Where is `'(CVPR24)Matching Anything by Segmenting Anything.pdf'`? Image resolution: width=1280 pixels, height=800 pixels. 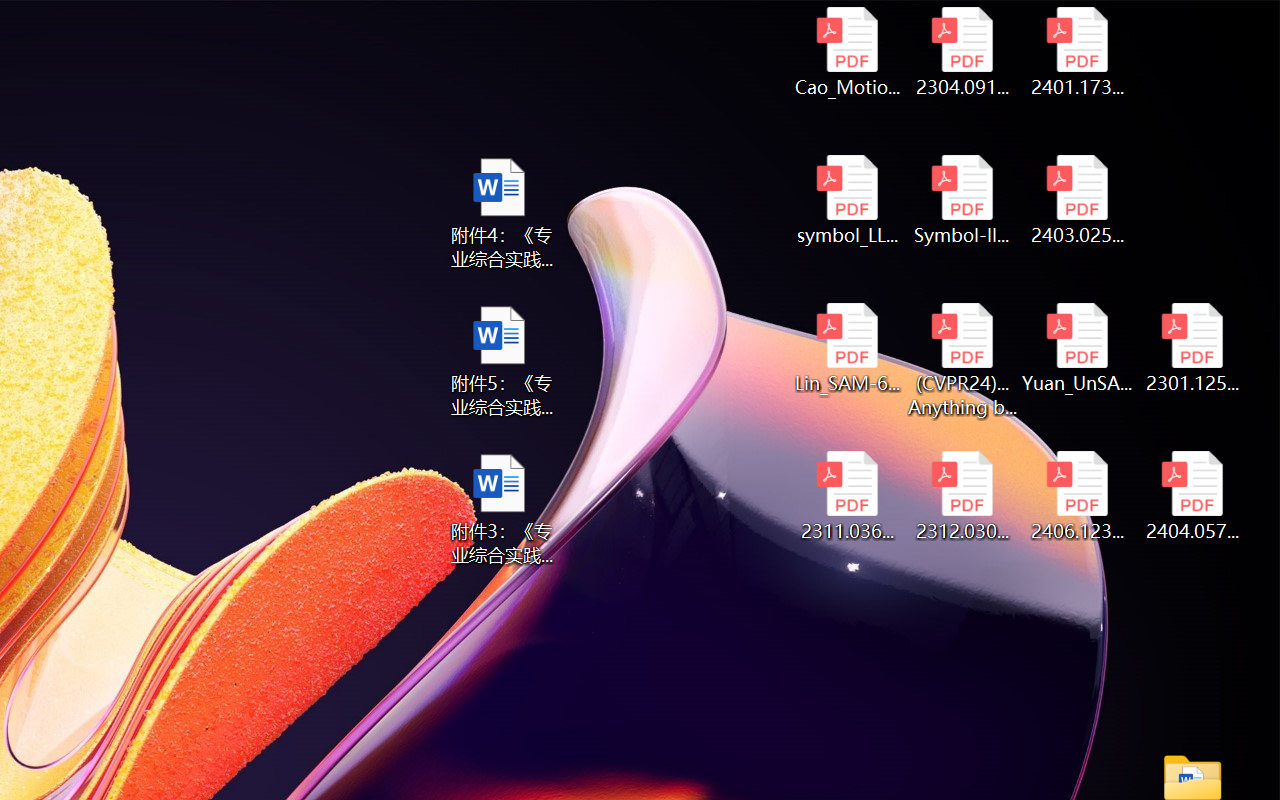
'(CVPR24)Matching Anything by Segmenting Anything.pdf' is located at coordinates (962, 360).